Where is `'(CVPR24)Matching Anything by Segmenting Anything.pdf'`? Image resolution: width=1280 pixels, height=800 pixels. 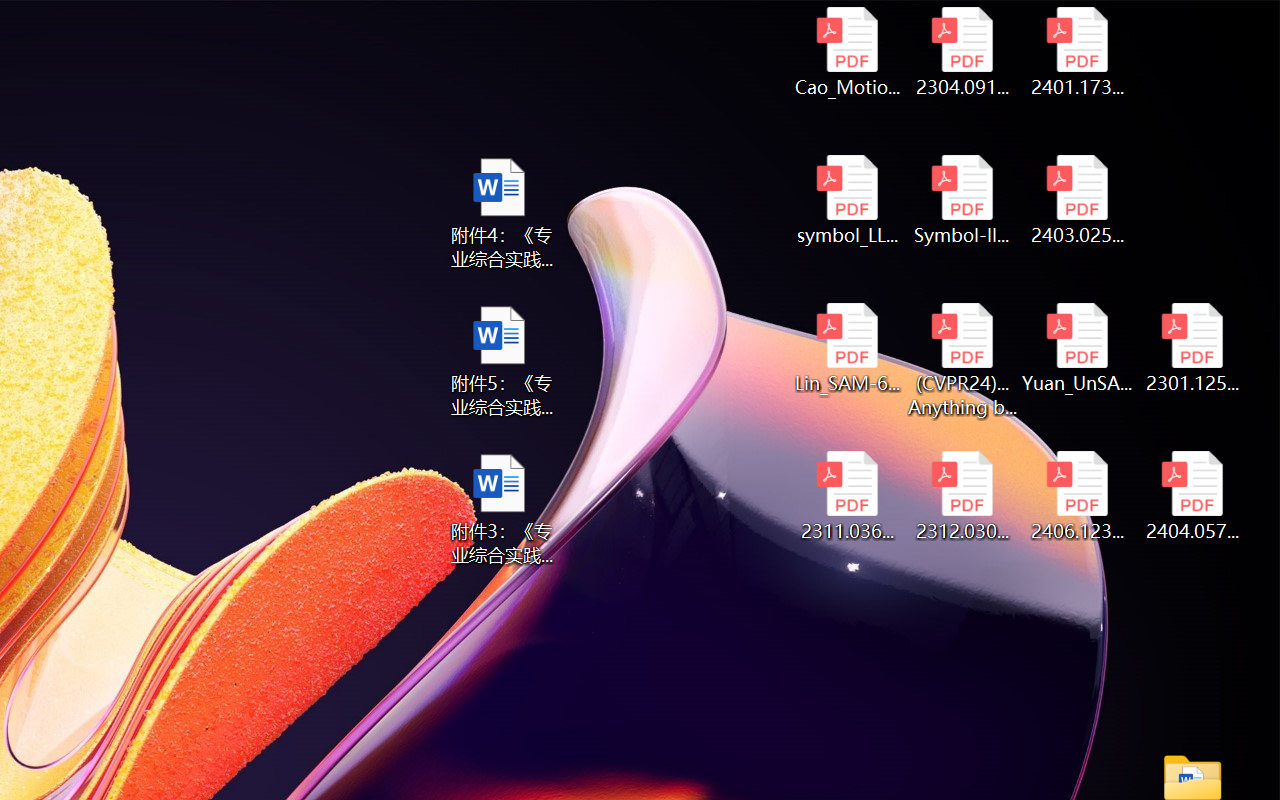
'(CVPR24)Matching Anything by Segmenting Anything.pdf' is located at coordinates (962, 360).